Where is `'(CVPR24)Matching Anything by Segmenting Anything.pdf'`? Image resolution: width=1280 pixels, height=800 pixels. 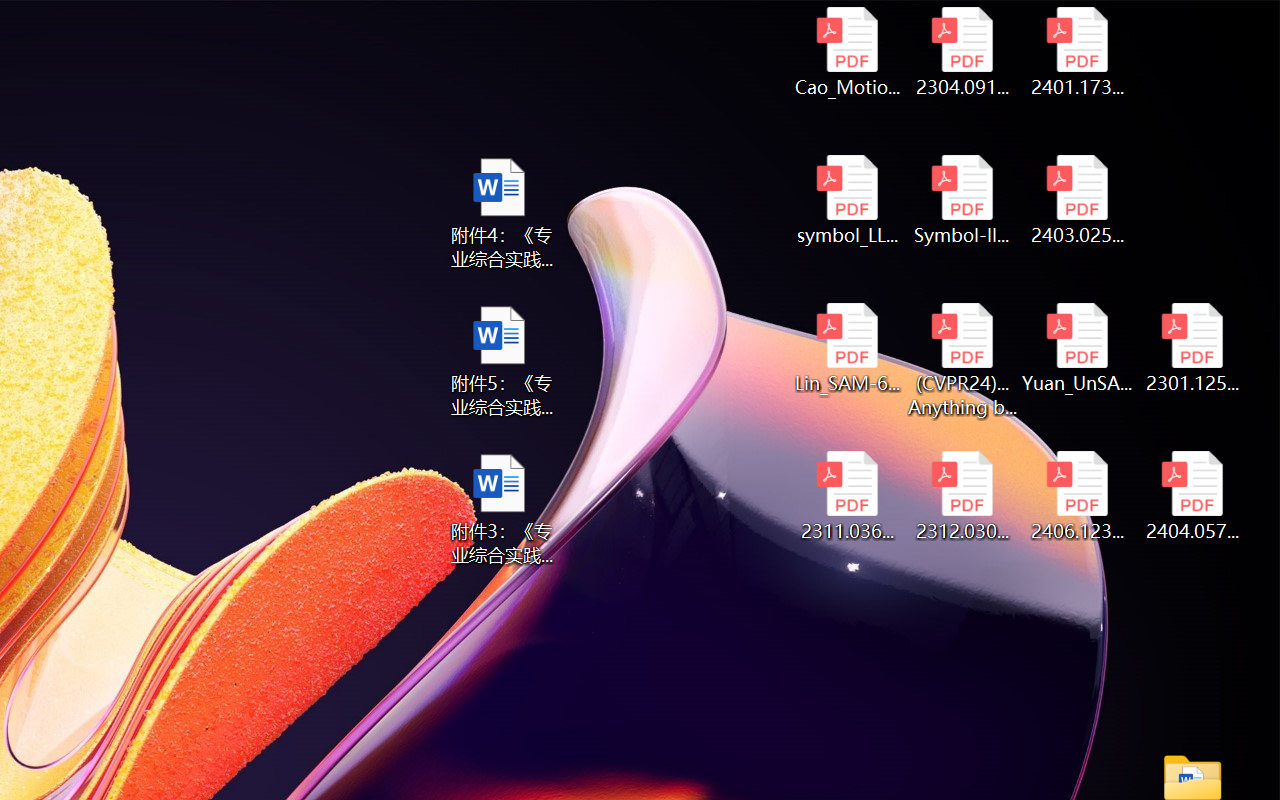
'(CVPR24)Matching Anything by Segmenting Anything.pdf' is located at coordinates (962, 360).